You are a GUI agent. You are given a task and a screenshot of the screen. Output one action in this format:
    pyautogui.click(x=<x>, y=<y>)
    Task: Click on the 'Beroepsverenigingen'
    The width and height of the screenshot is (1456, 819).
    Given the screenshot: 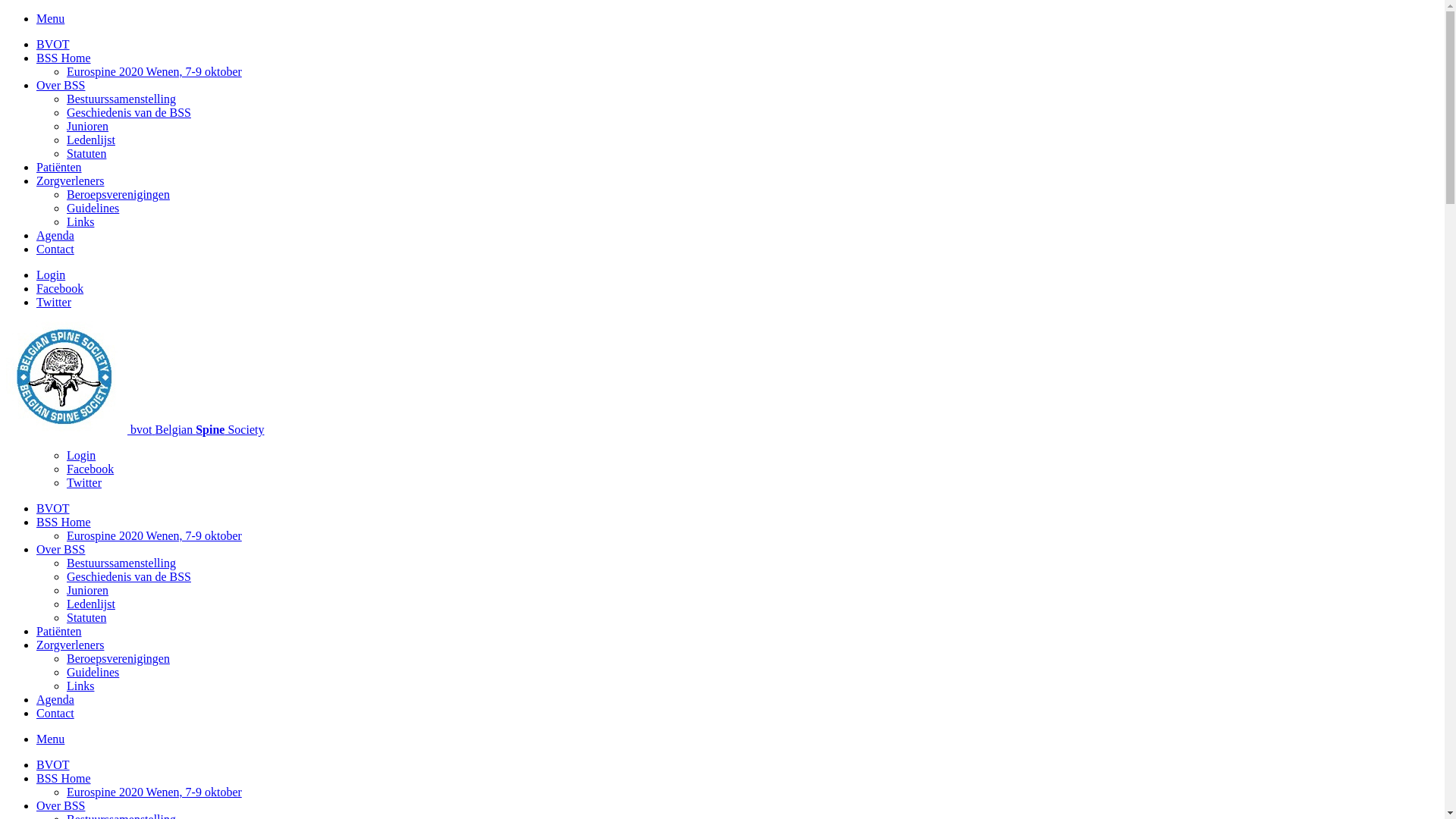 What is the action you would take?
    pyautogui.click(x=118, y=193)
    